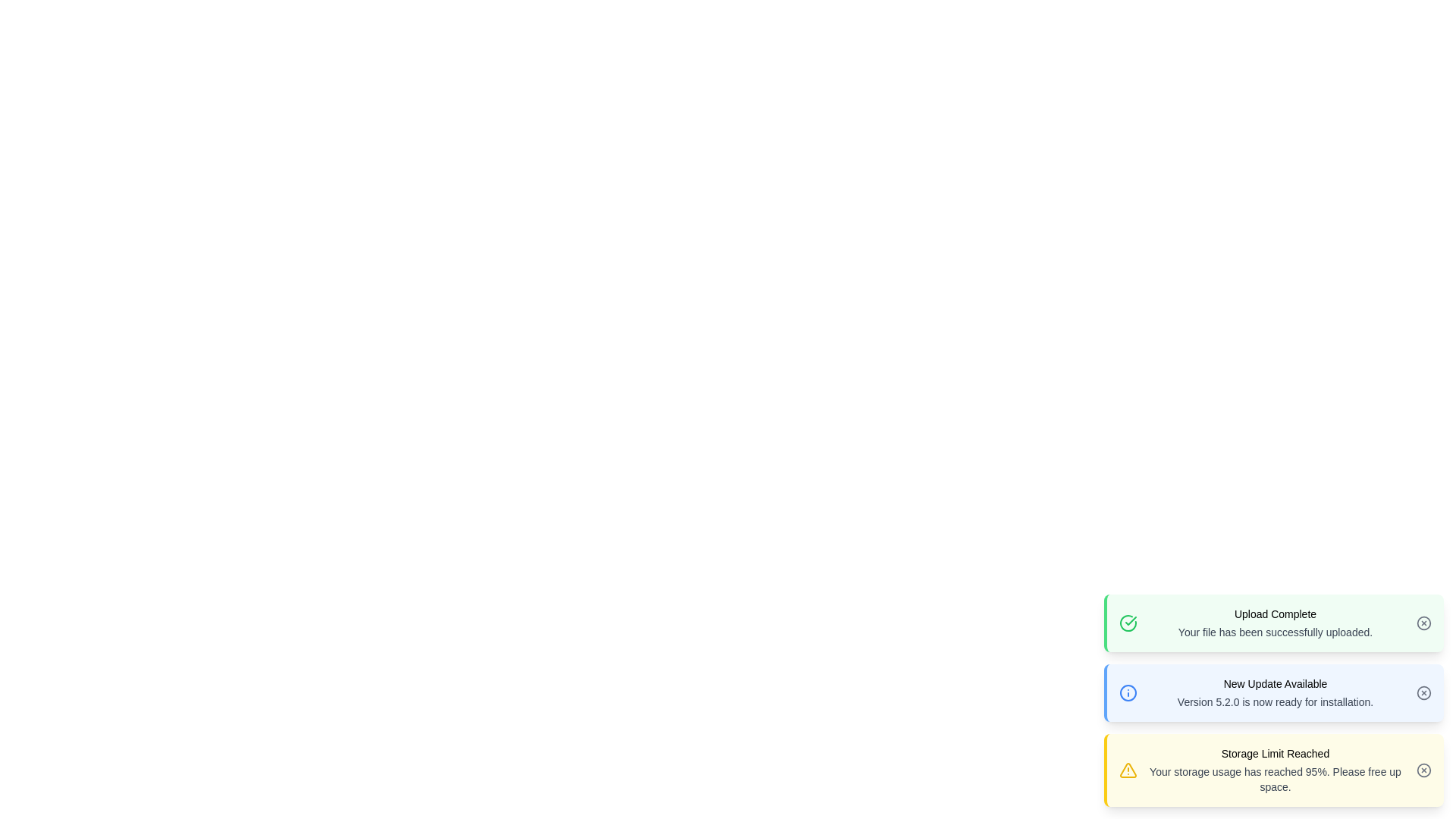  Describe the element at coordinates (1274, 701) in the screenshot. I see `the static text element located in the lower section of the notification box titled 'New Update Available', which provides information about an available update` at that location.